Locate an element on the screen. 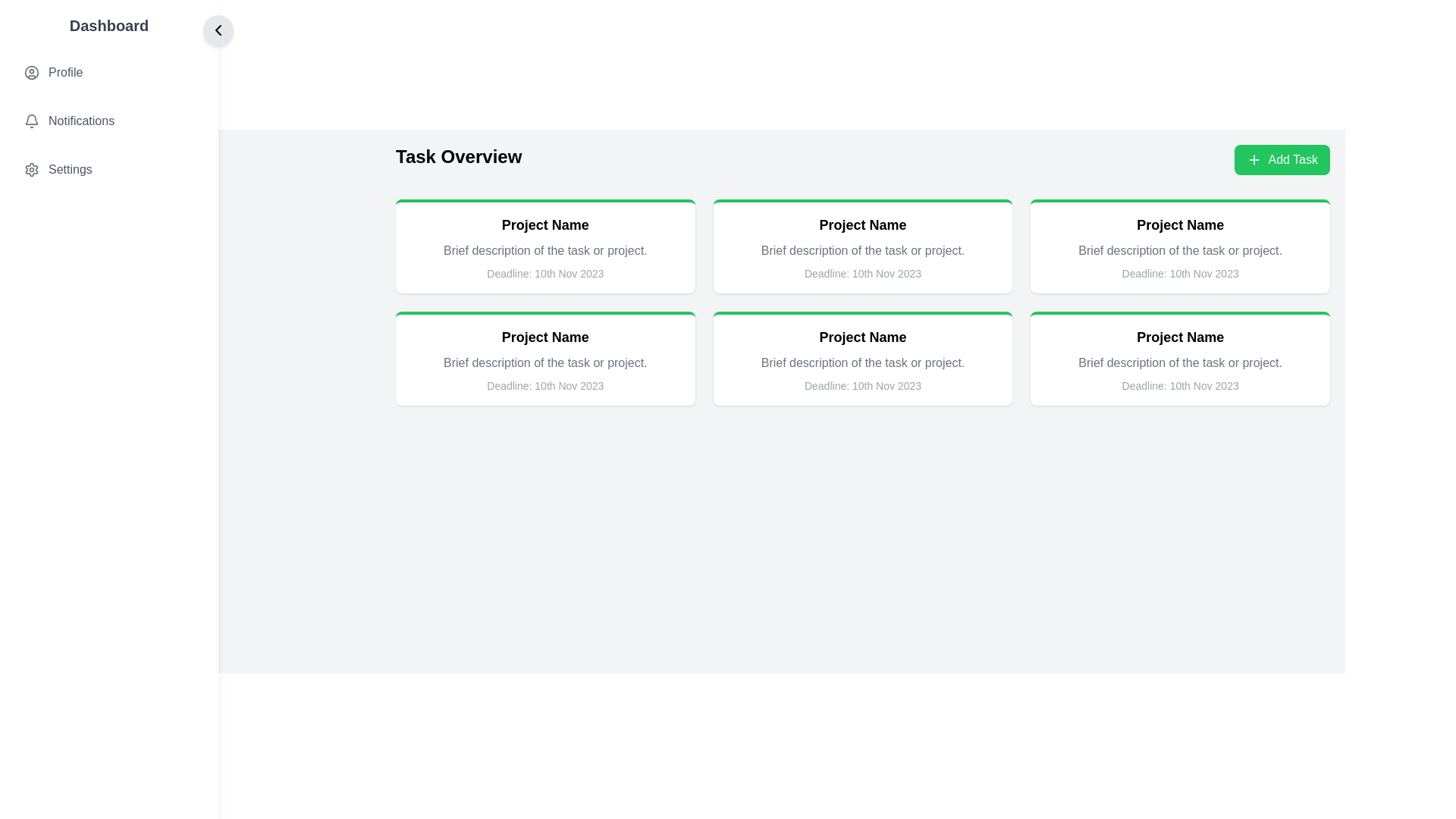 The height and width of the screenshot is (819, 1456). the text label for the settings menu located in the vertical menu on the left-hand side of the interface, which is the third item in the list after 'Profile' and 'Notifications' is located at coordinates (69, 169).